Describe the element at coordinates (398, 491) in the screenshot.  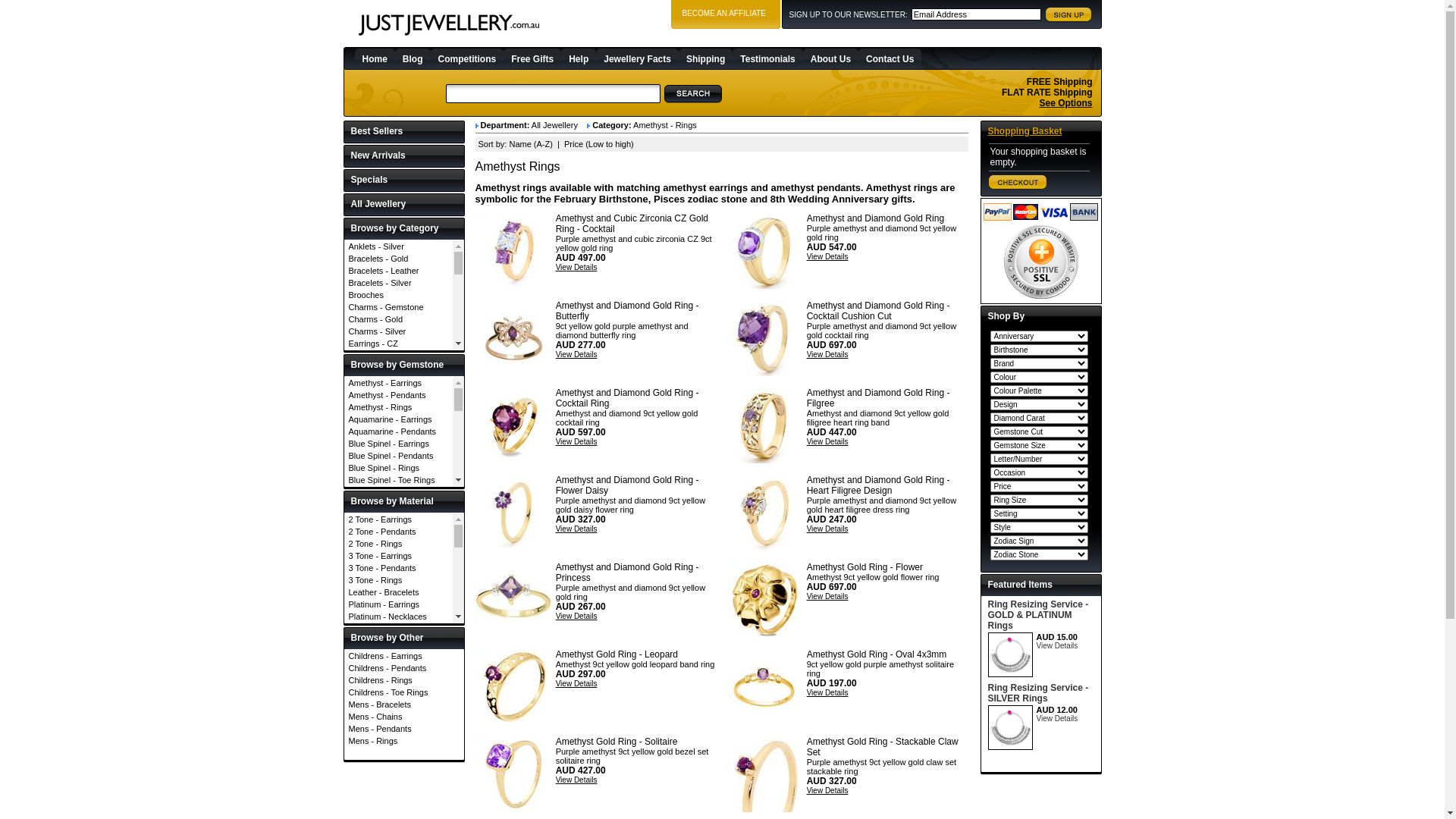
I see `'Blue Topaz - Earrings'` at that location.